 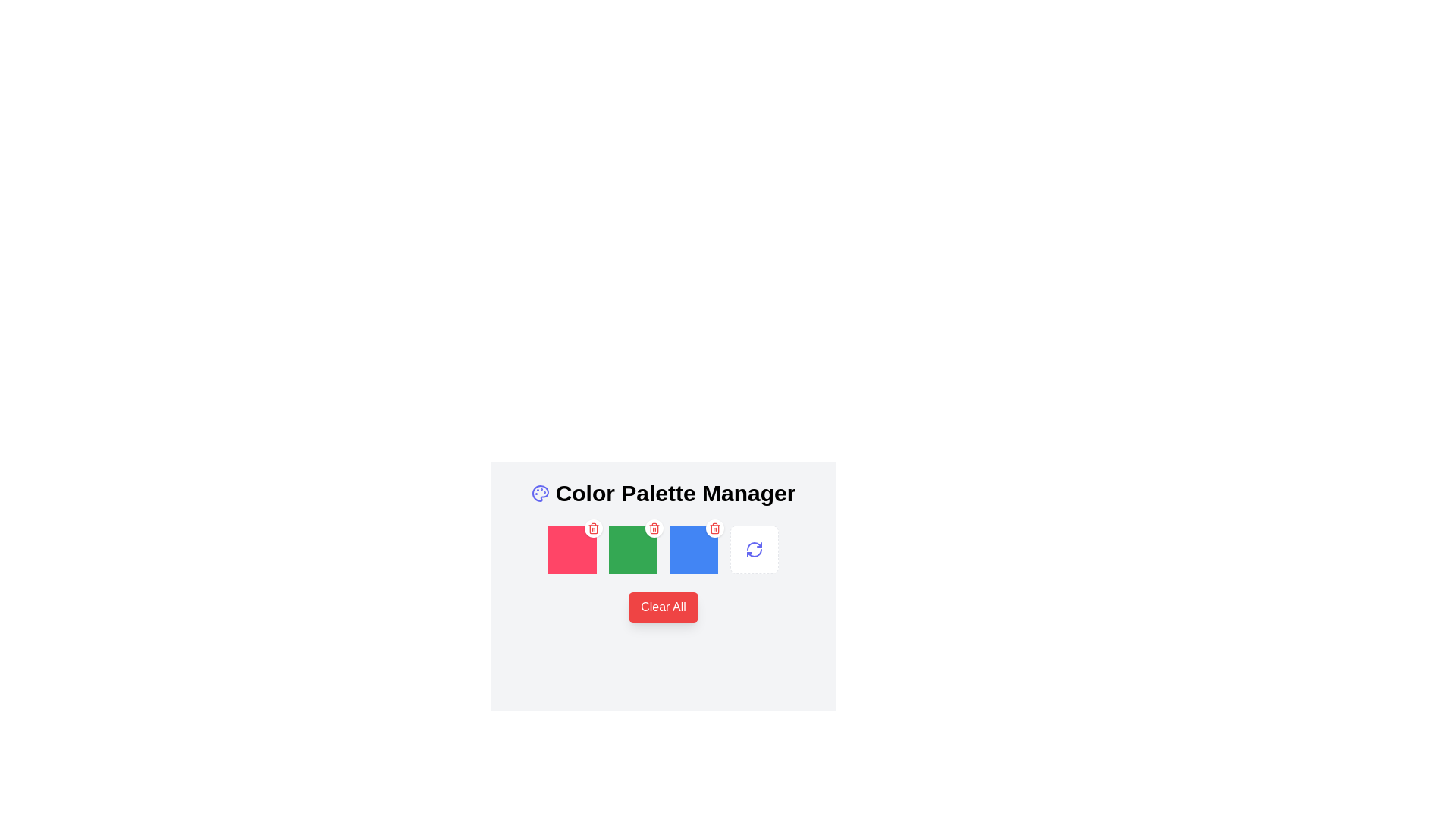 I want to click on the small circular button with a white background and red trash can icon, located near the top-right corner of the green color swatch, to possibly reveal additional information, so click(x=654, y=528).